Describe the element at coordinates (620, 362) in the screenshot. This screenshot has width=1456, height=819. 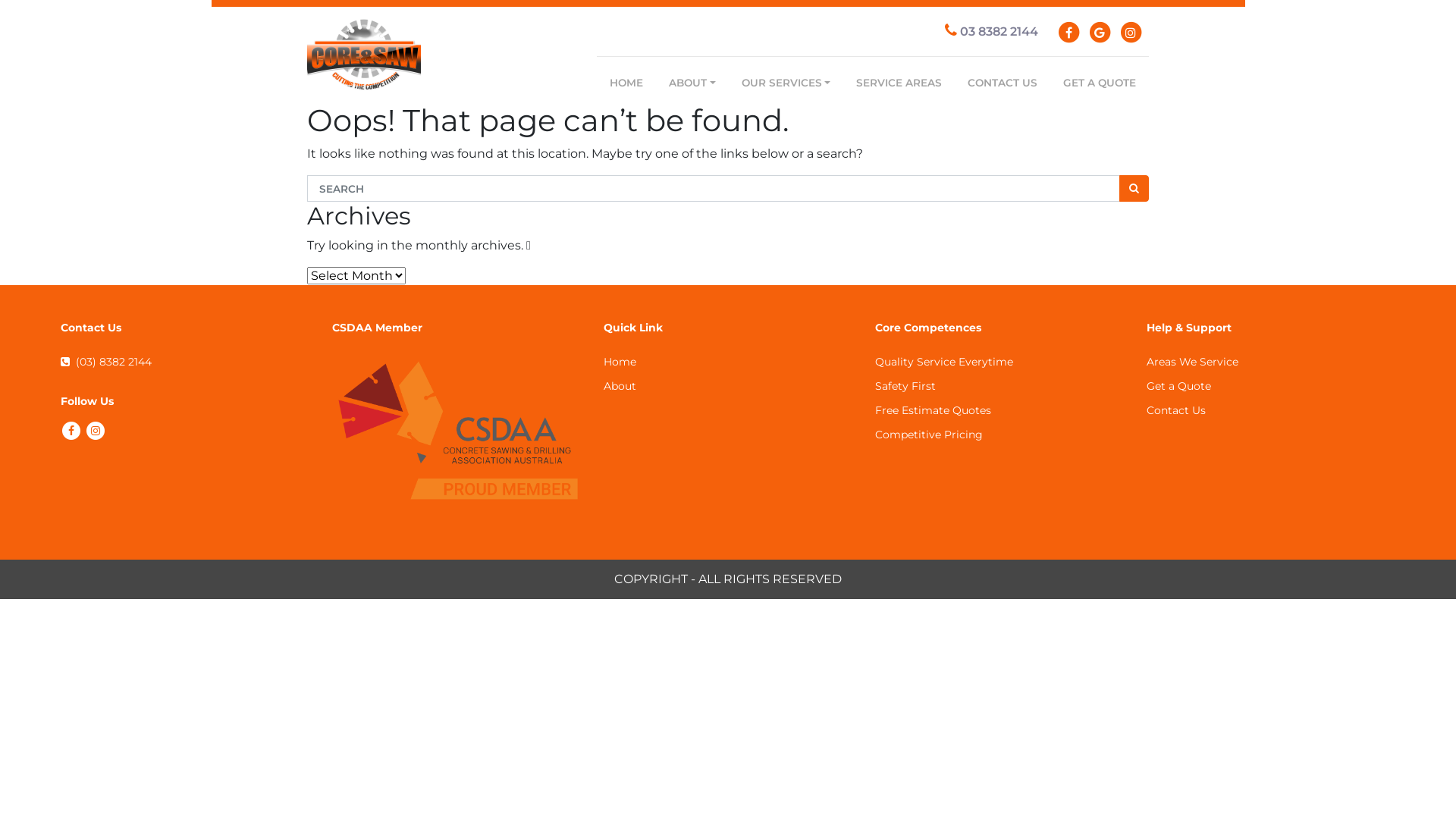
I see `'Home'` at that location.